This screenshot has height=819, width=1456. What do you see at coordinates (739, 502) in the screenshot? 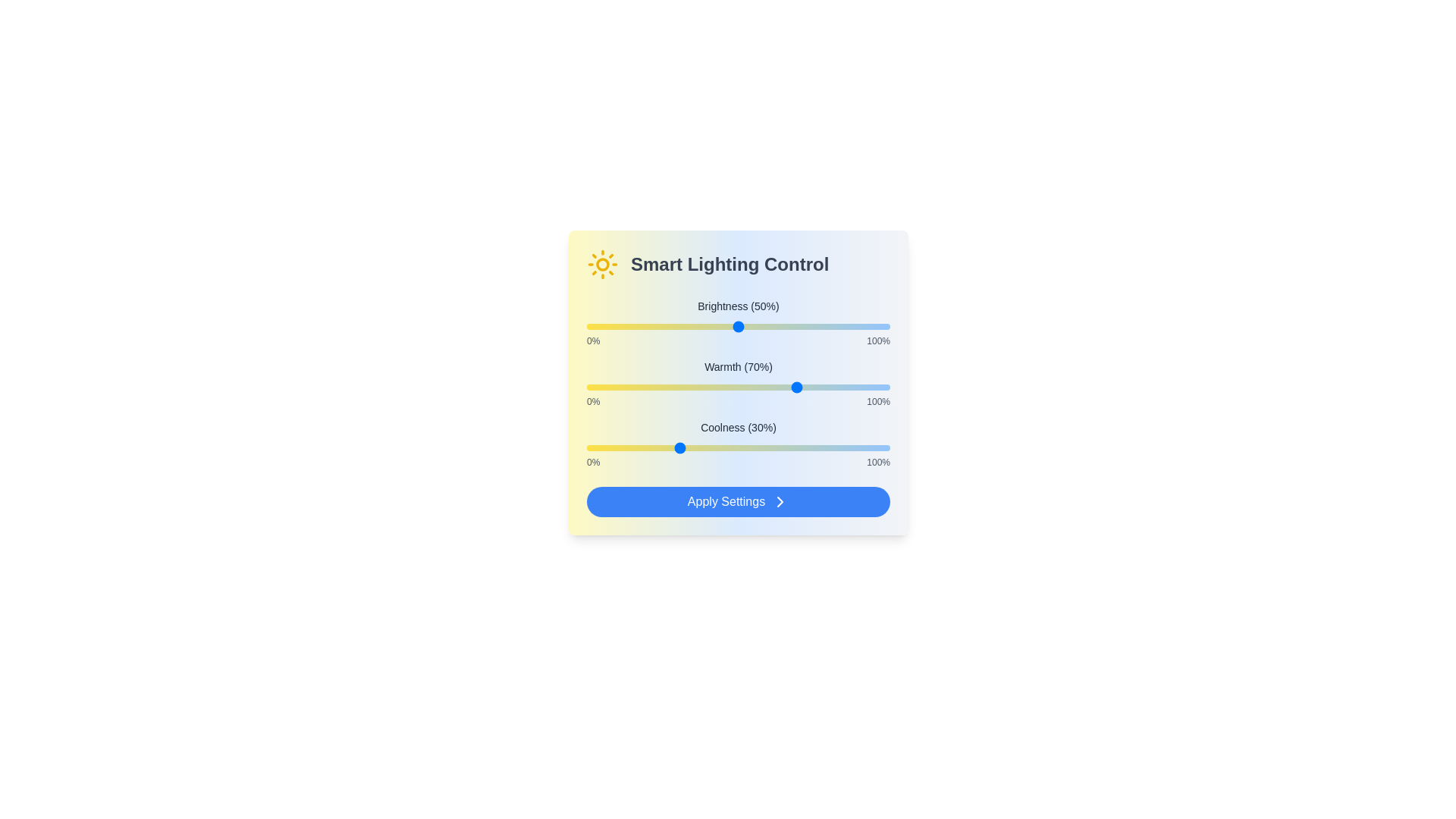
I see `the 'Apply Settings' button` at bounding box center [739, 502].